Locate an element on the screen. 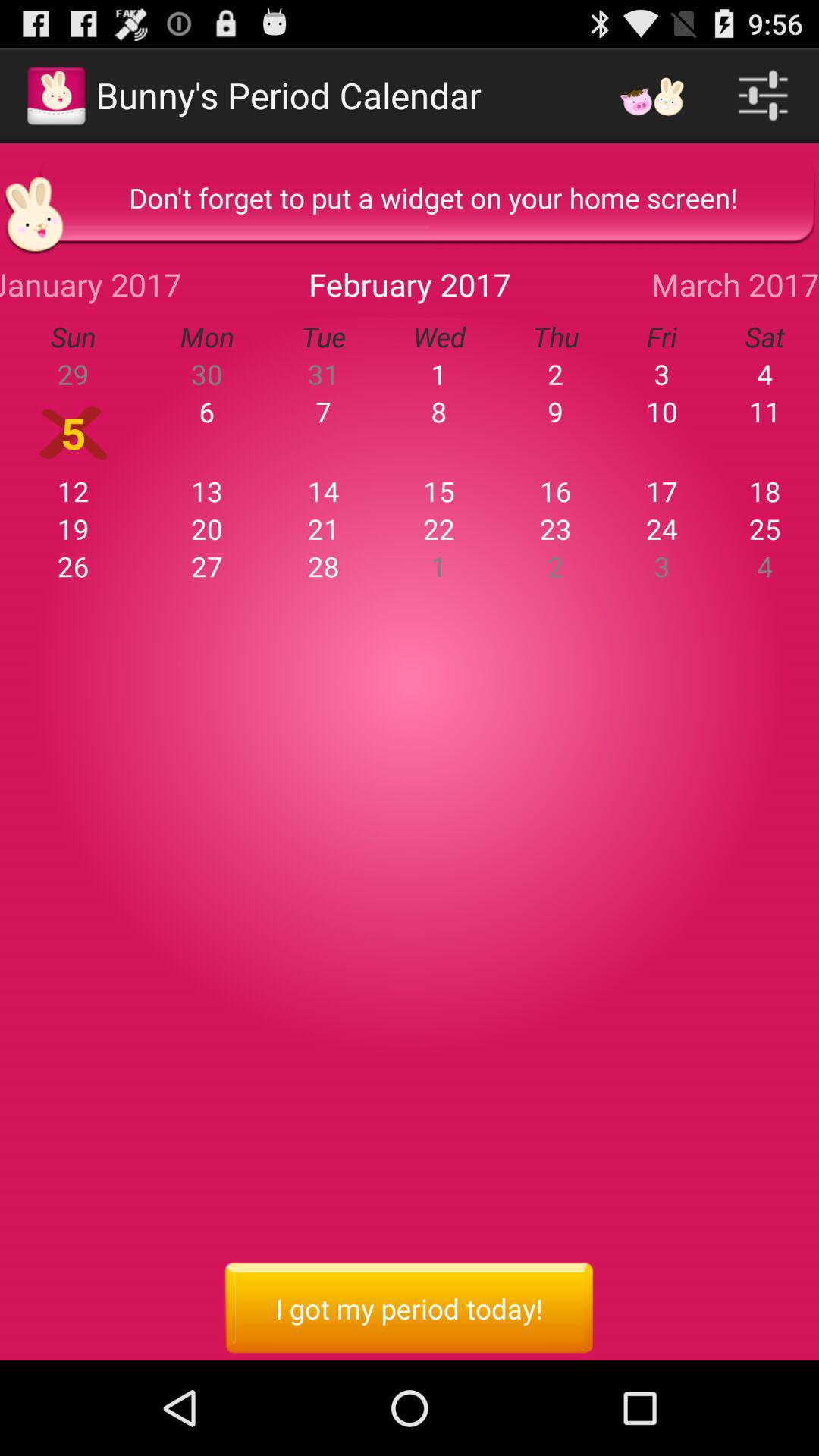 This screenshot has height=1456, width=819. app to the right of the 17 item is located at coordinates (764, 491).